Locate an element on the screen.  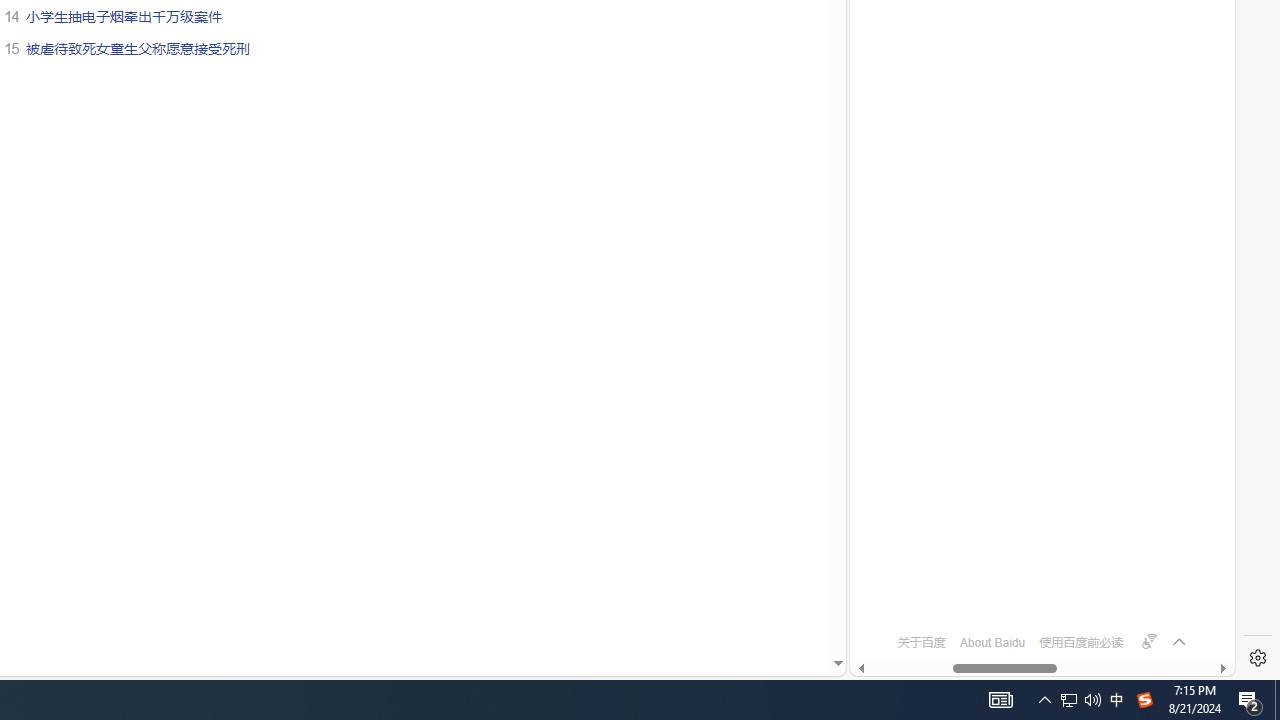
'About Baidu' is located at coordinates (992, 642).